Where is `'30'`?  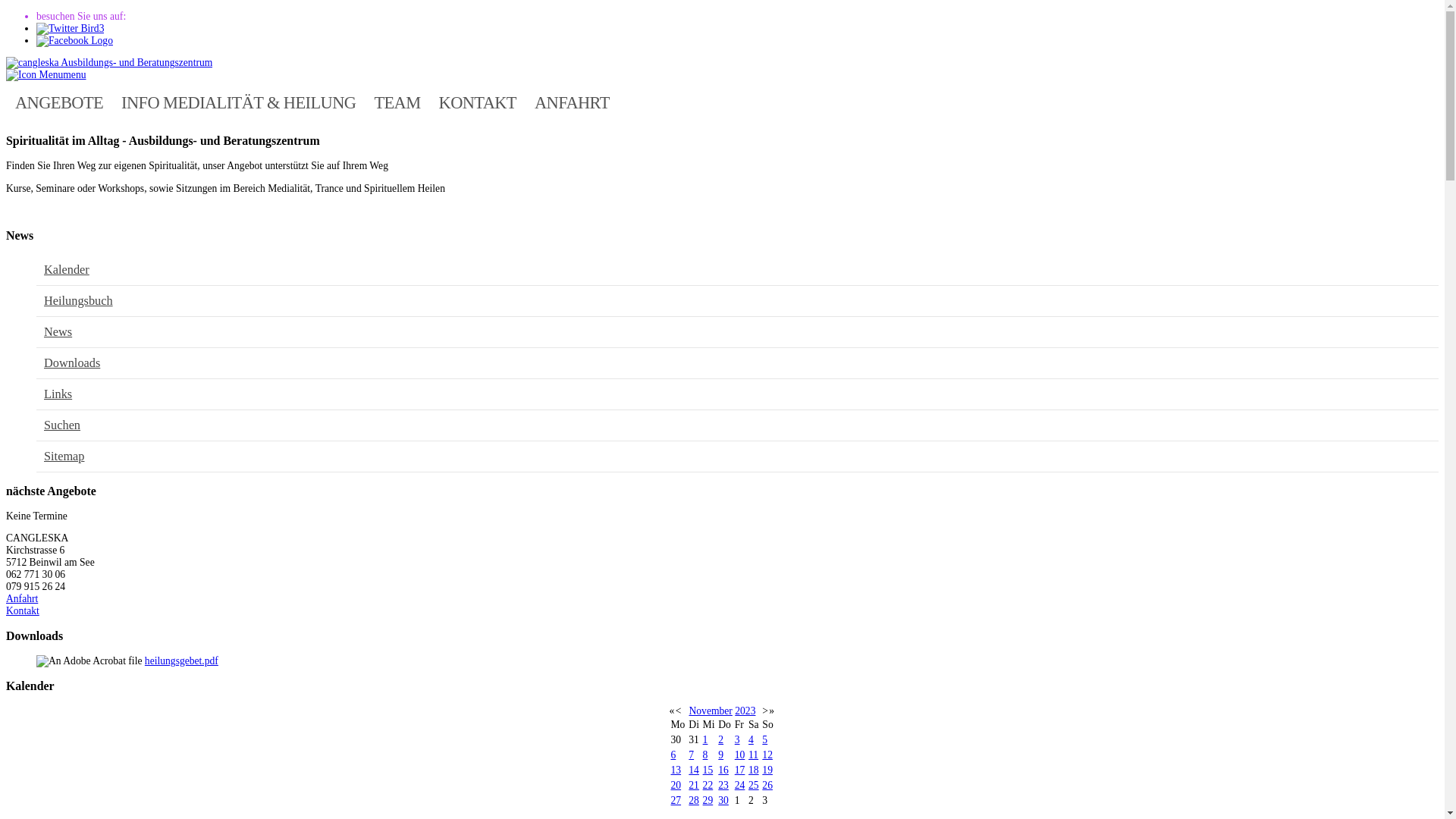 '30' is located at coordinates (723, 799).